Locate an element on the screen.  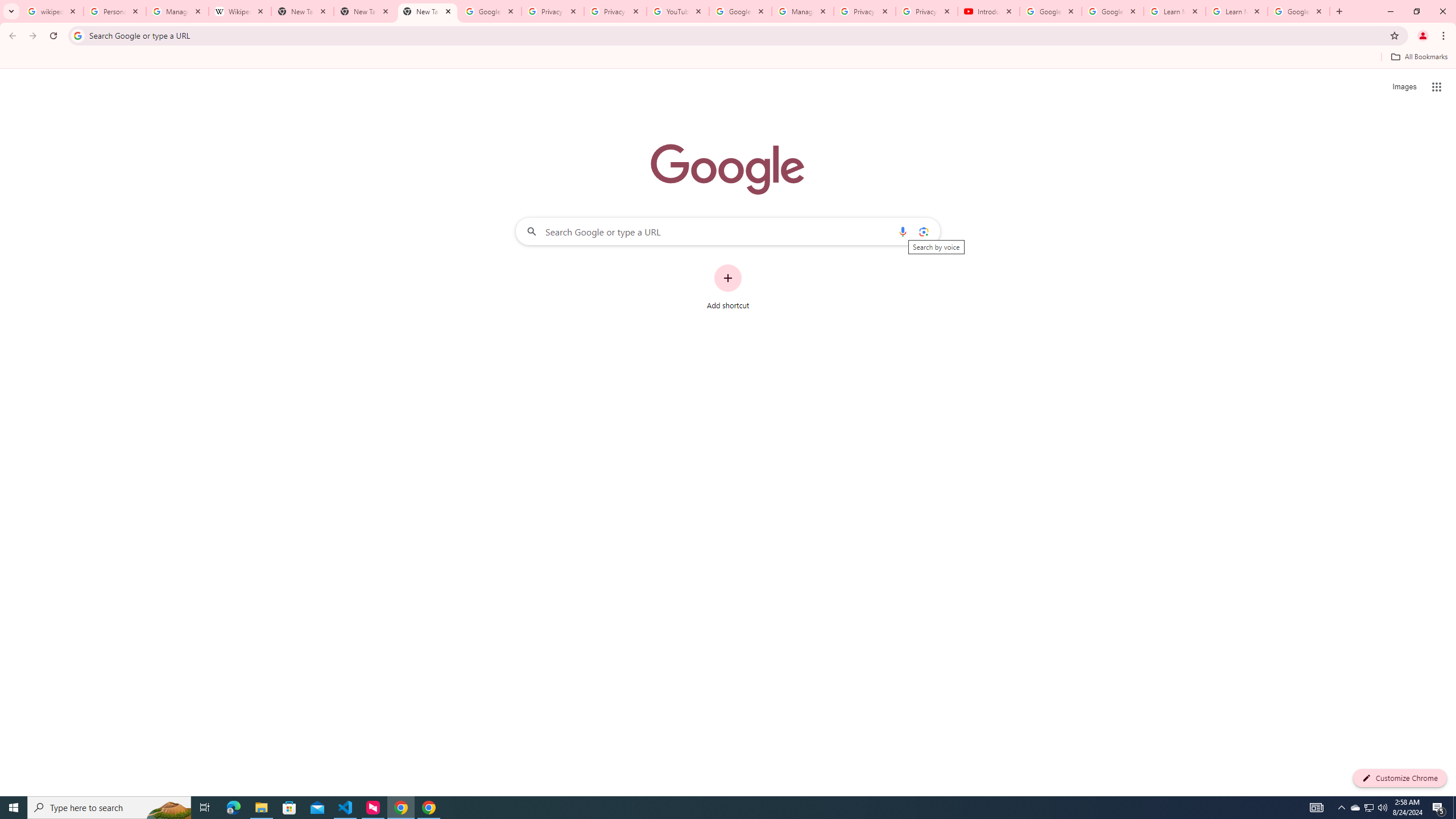
'Manage your Location History - Google Search Help' is located at coordinates (177, 11).